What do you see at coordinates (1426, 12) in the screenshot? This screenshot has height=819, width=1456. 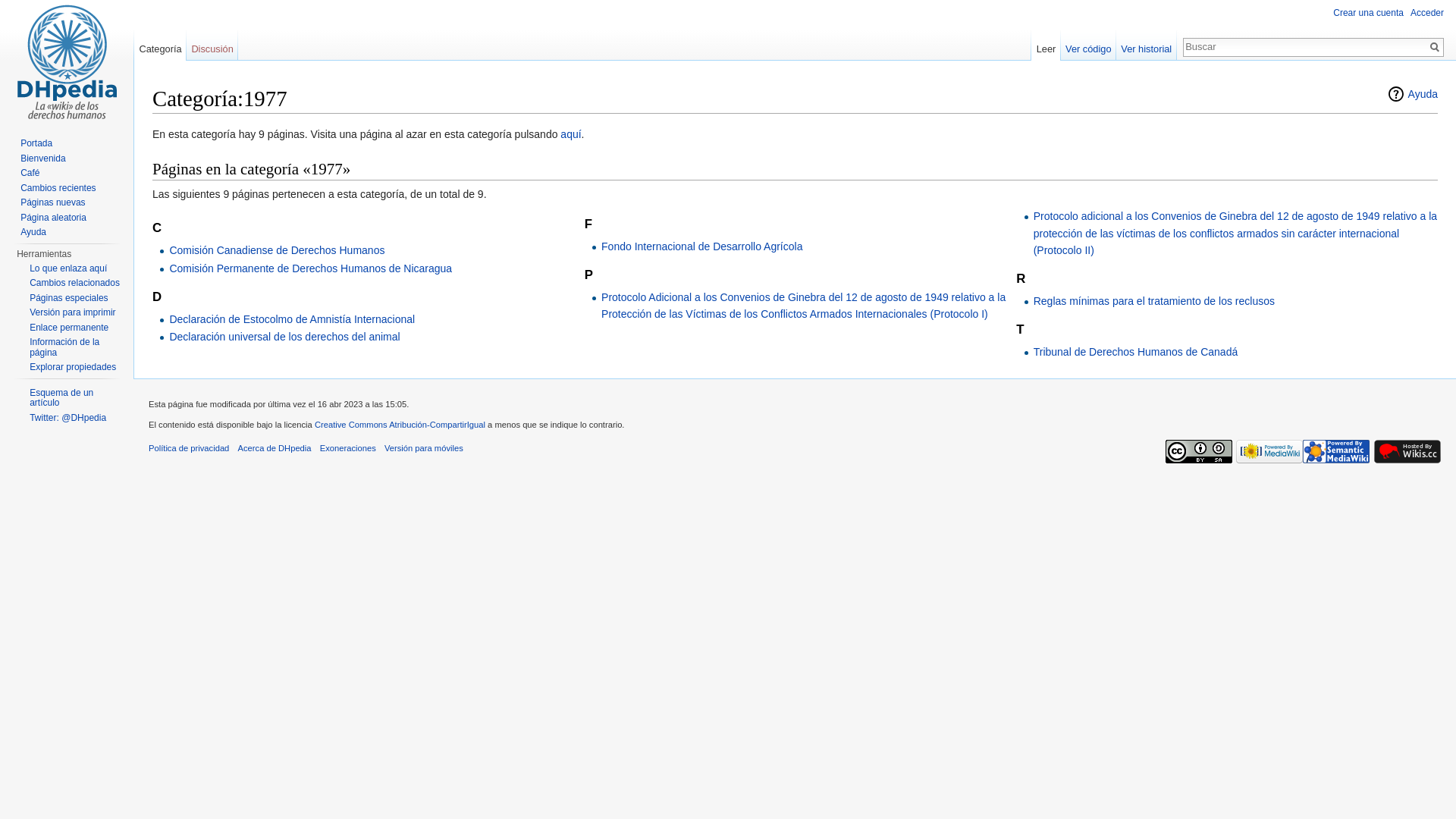 I see `'Acceder'` at bounding box center [1426, 12].